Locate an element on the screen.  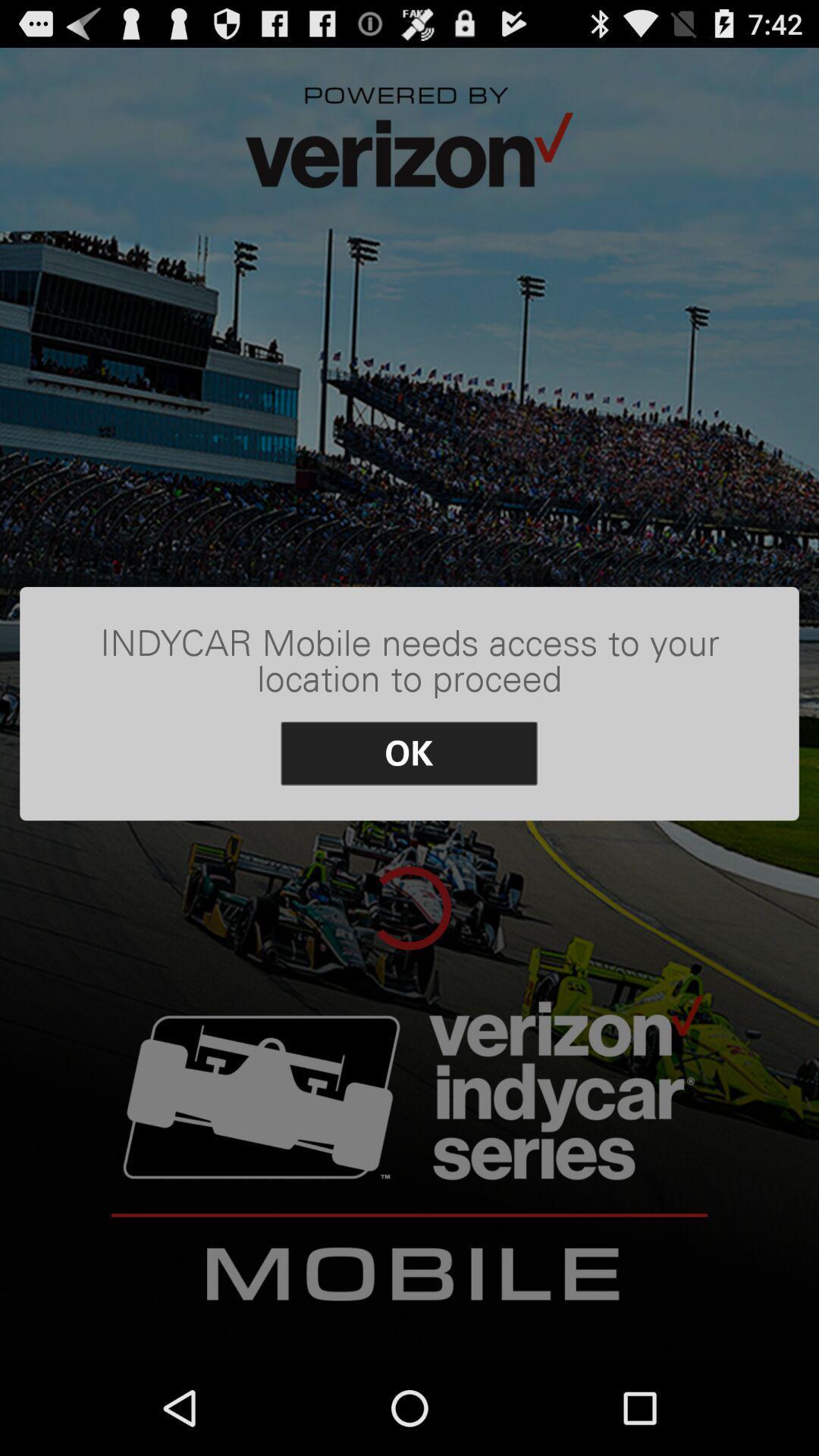
the item below indycar mobile needs is located at coordinates (408, 753).